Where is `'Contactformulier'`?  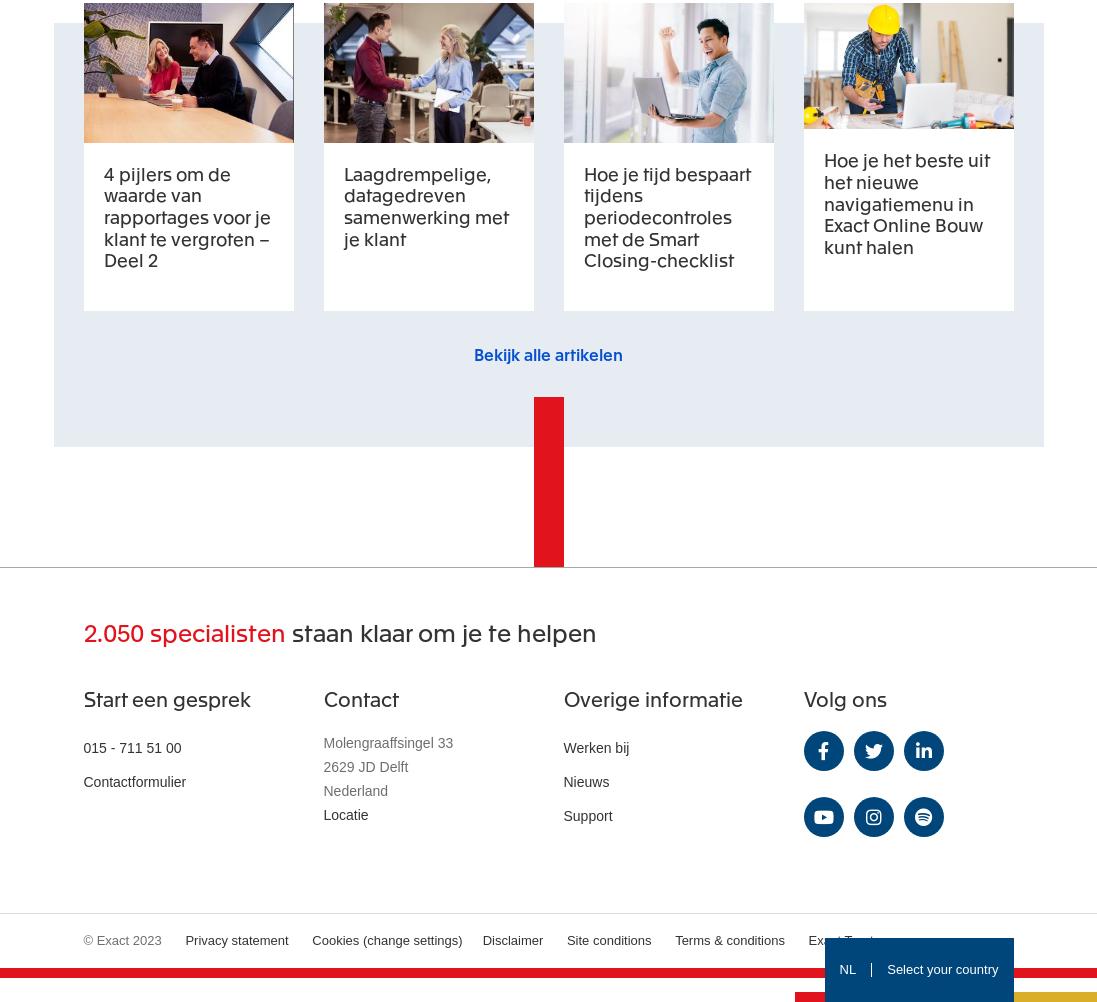
'Contactformulier' is located at coordinates (82, 779).